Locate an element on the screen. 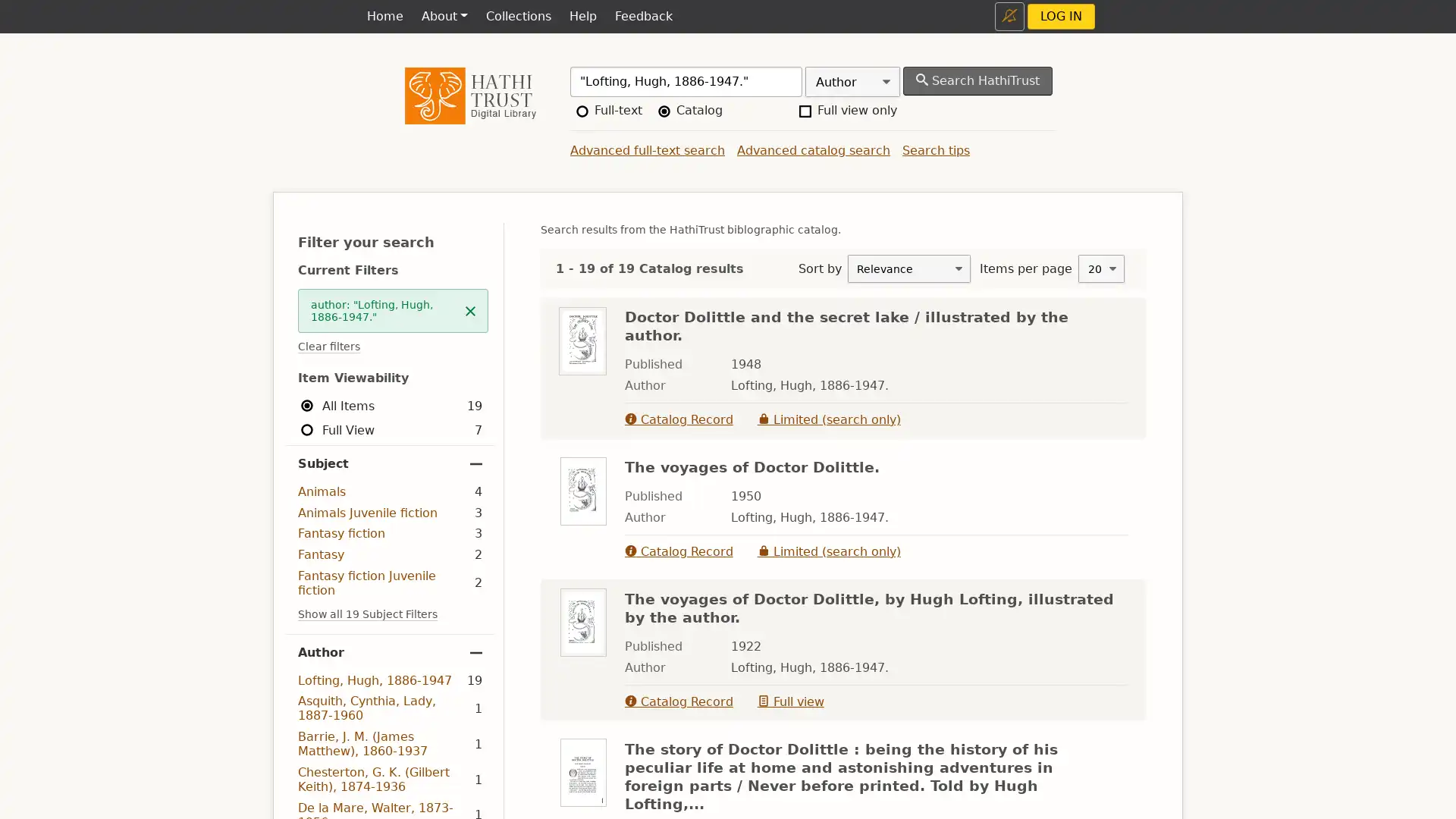 This screenshot has width=1456, height=819. Fantasy - 2 is located at coordinates (390, 554).